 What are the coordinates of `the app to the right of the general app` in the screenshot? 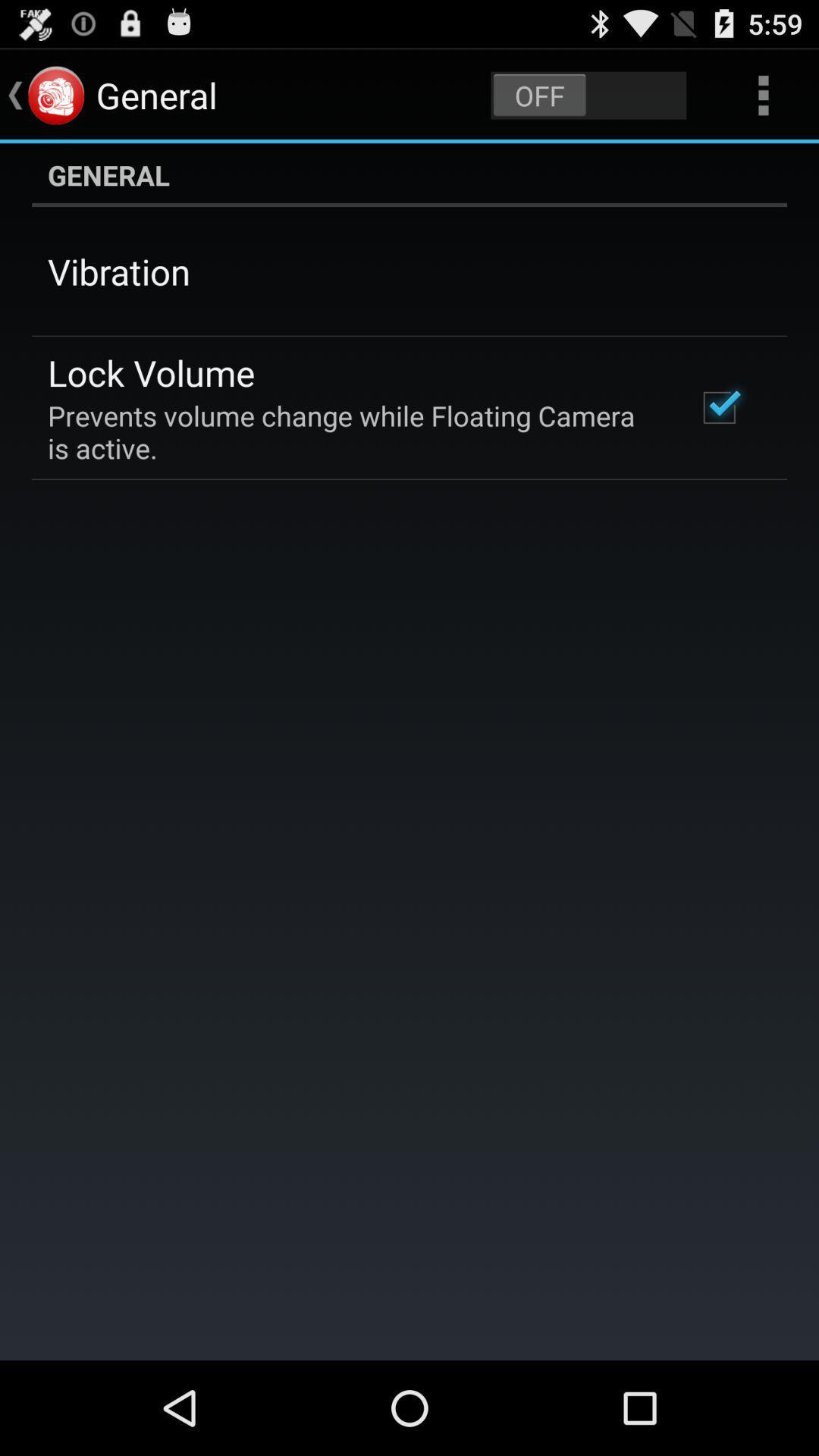 It's located at (588, 94).